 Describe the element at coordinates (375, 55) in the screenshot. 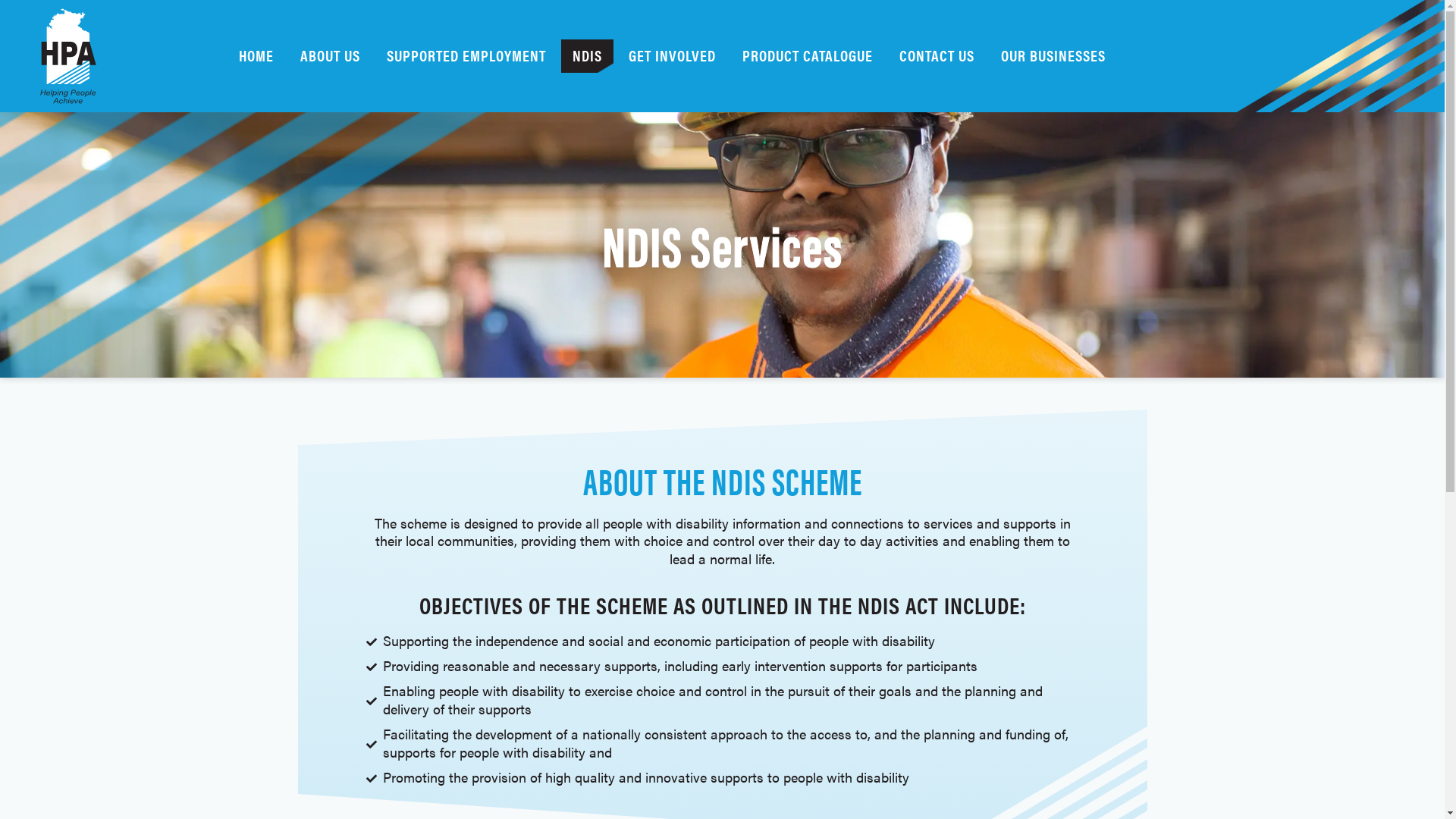

I see `'SUPPORTED EMPLOYMENT'` at that location.